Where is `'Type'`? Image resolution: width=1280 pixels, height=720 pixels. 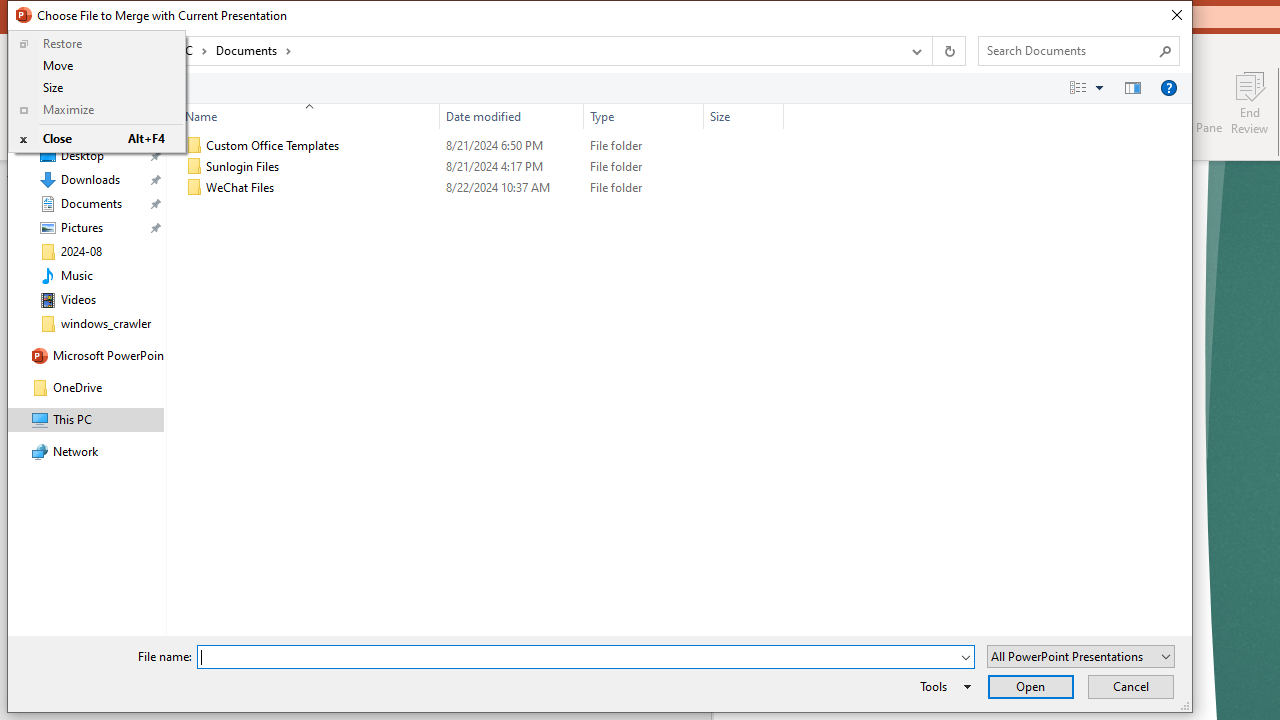 'Type' is located at coordinates (643, 116).